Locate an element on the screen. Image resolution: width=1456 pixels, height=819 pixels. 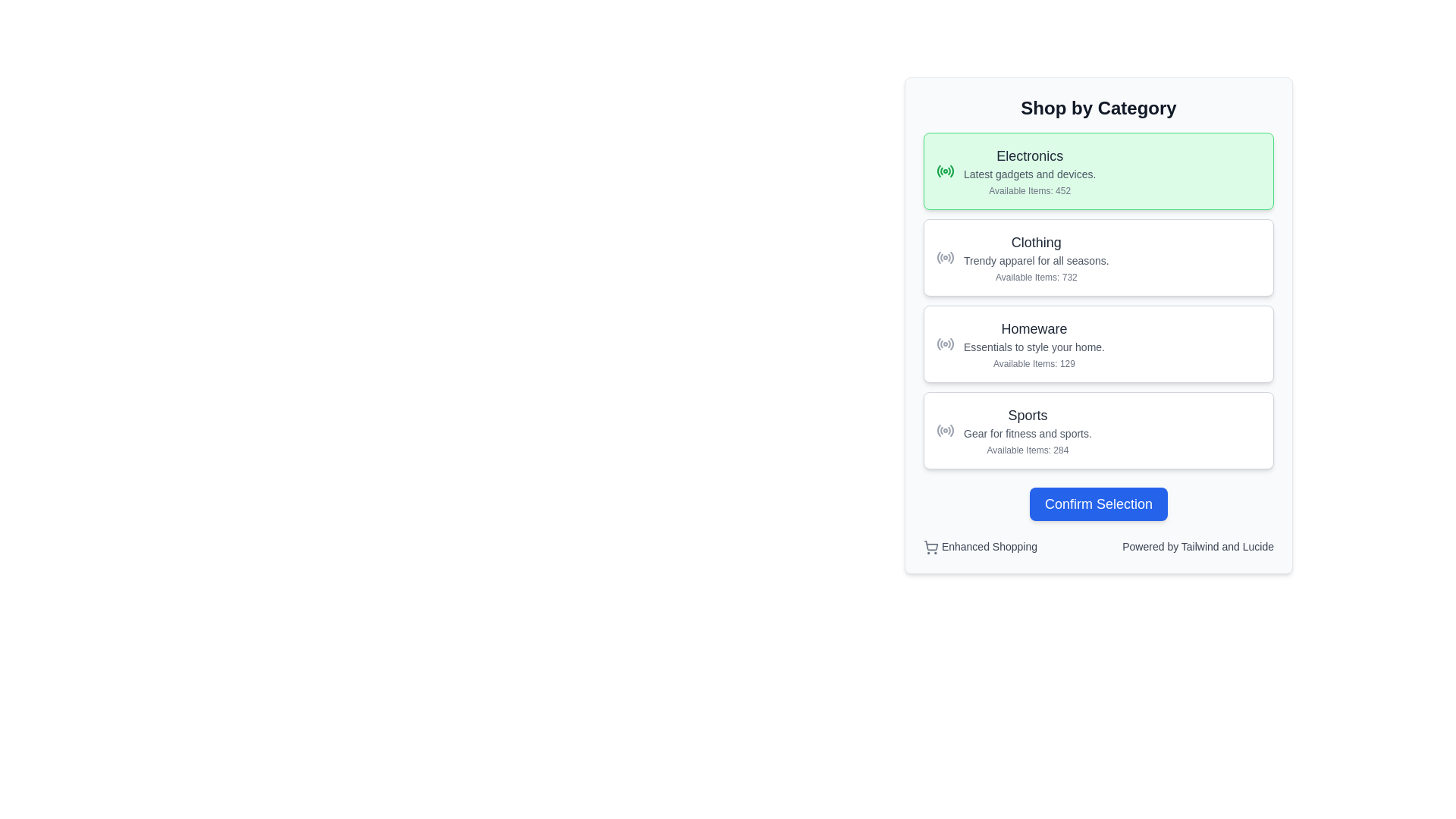
the 'Electronics' Button-like panel is located at coordinates (1099, 171).